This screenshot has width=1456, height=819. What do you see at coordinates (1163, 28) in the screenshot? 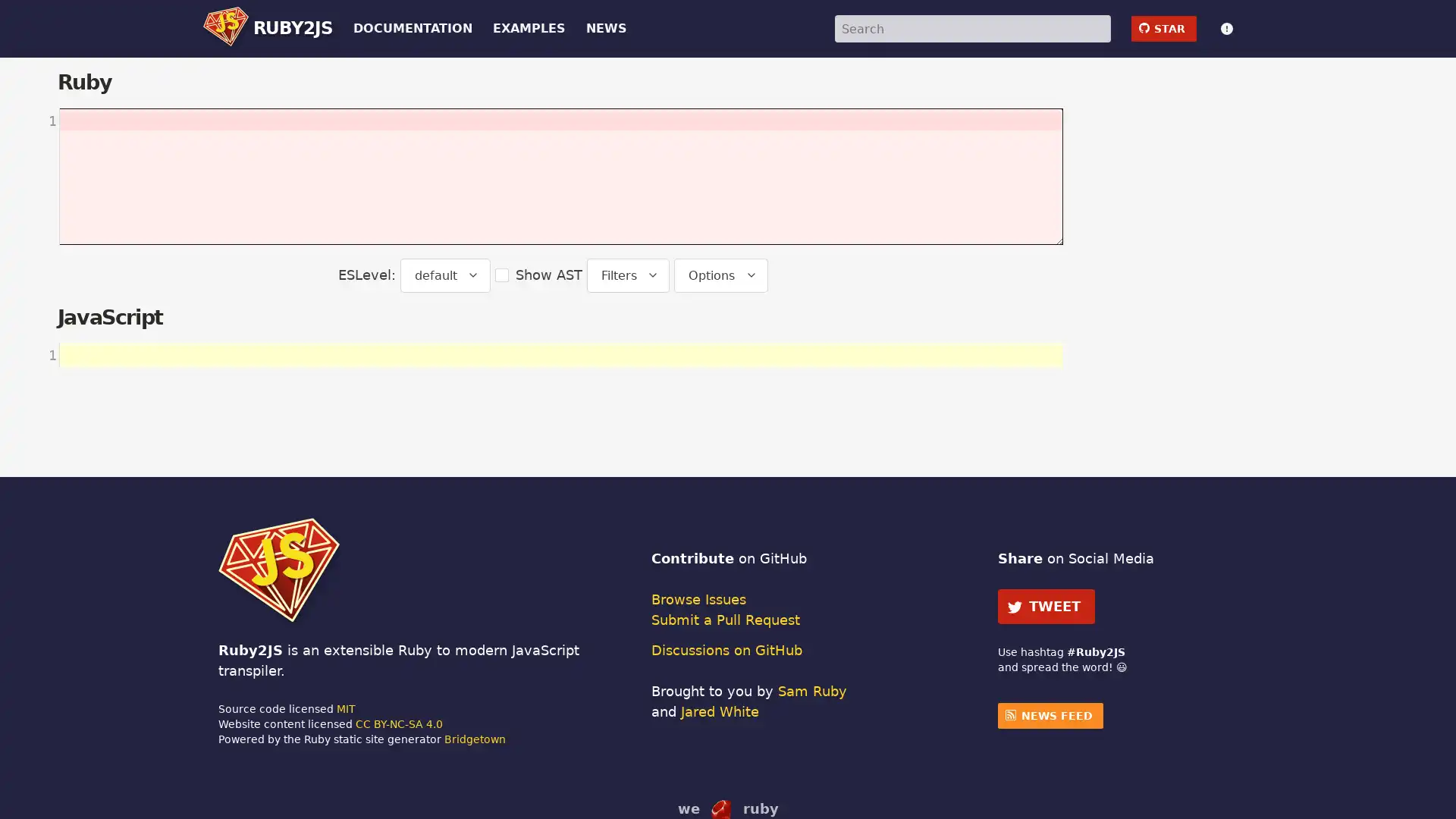
I see `github STAR` at bounding box center [1163, 28].